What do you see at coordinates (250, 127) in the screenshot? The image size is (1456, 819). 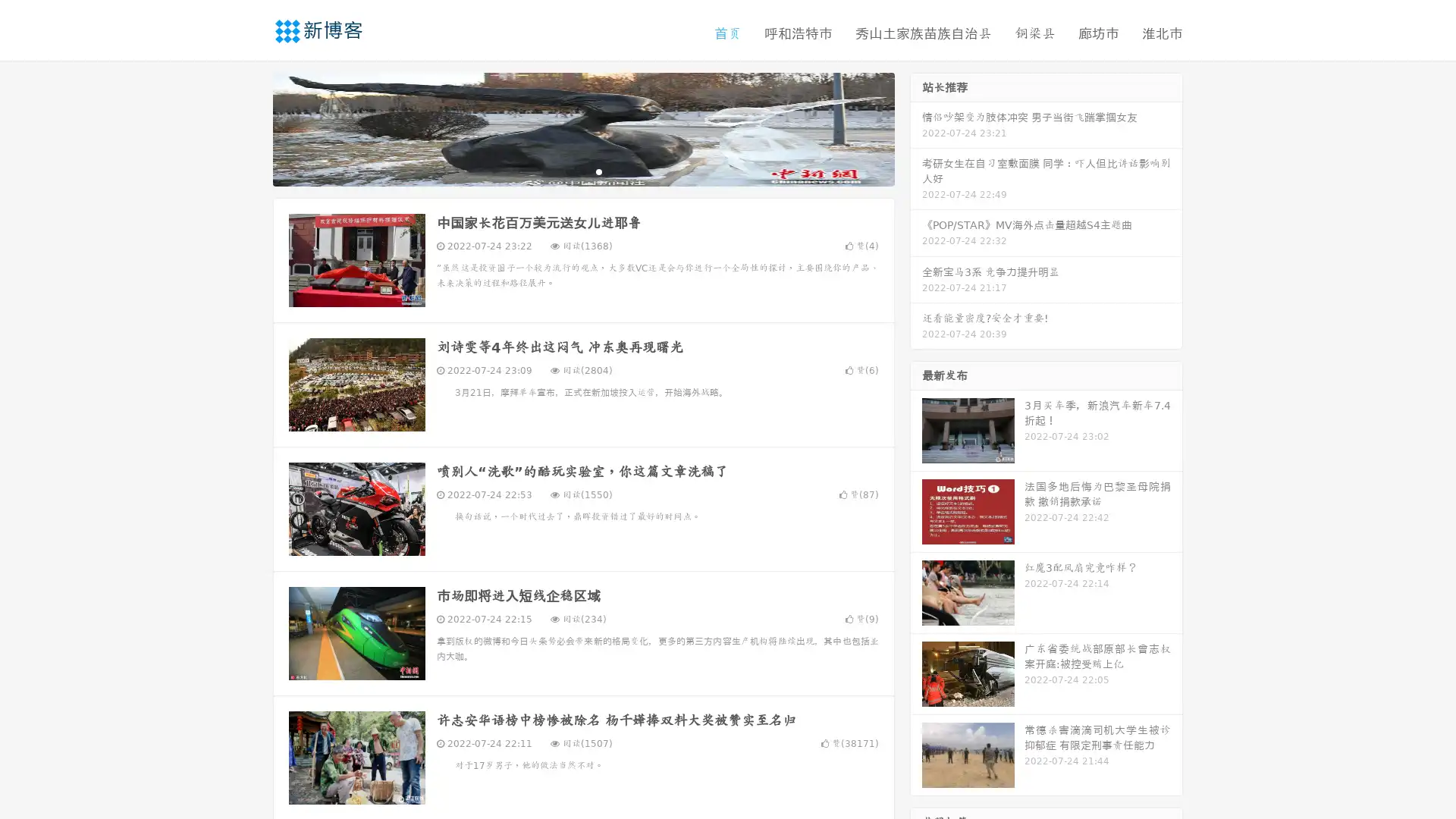 I see `Previous slide` at bounding box center [250, 127].